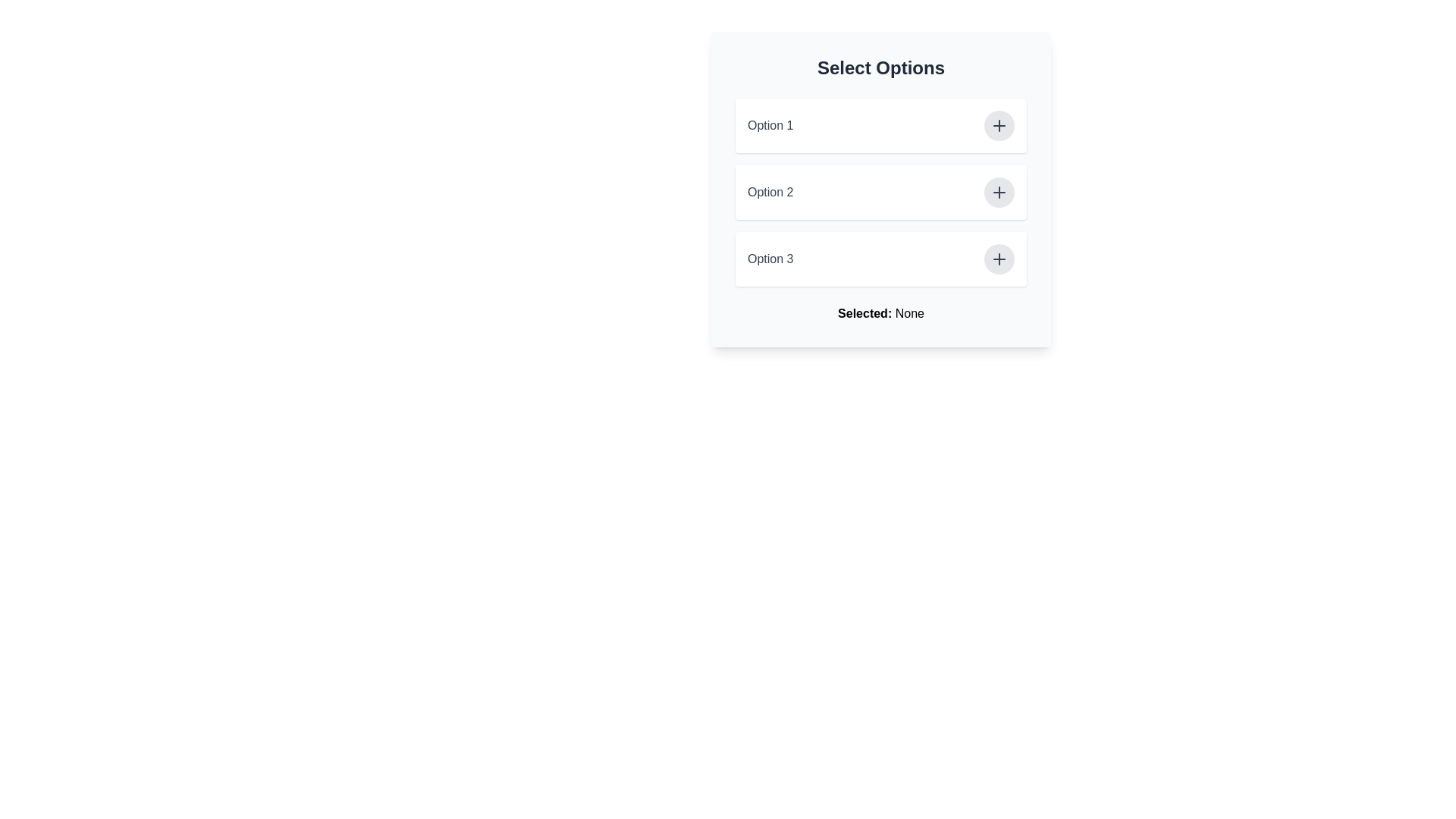 This screenshot has height=819, width=1456. I want to click on the second selectable option in the list under the title 'Select Options', so click(880, 192).